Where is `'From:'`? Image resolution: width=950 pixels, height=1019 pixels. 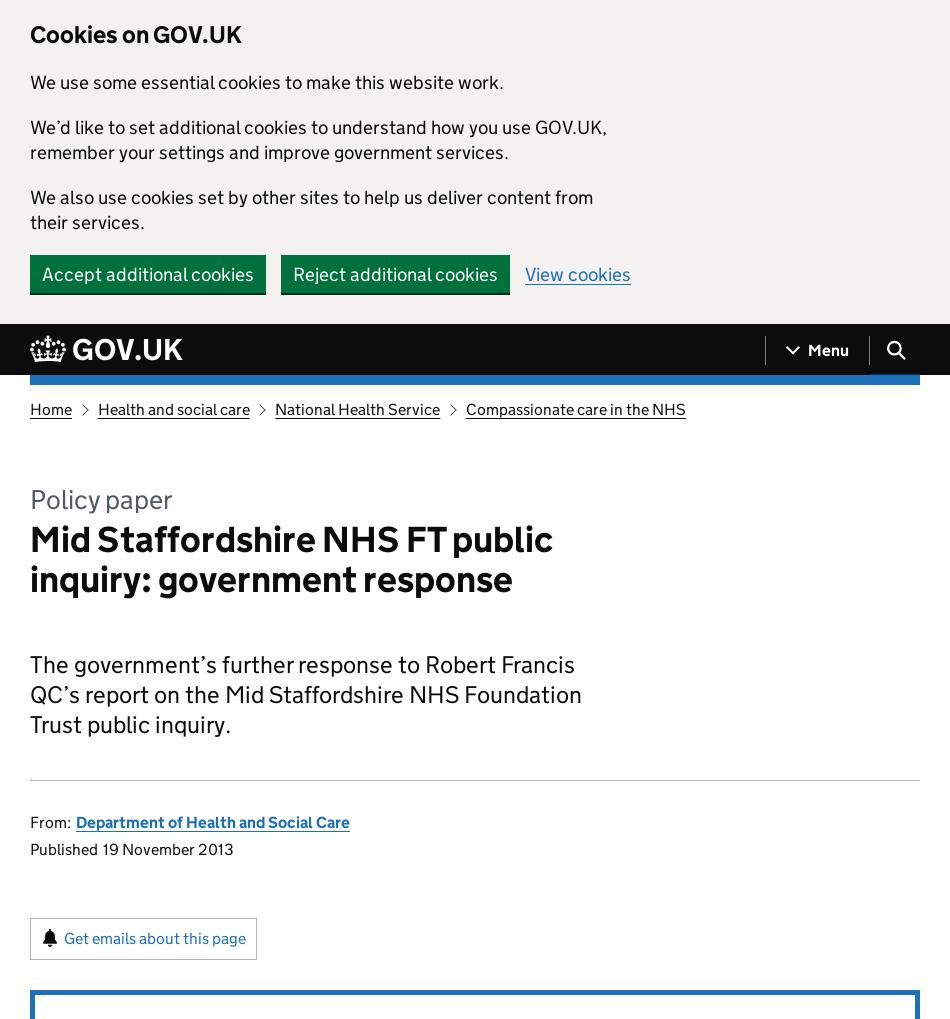
'From:' is located at coordinates (50, 822).